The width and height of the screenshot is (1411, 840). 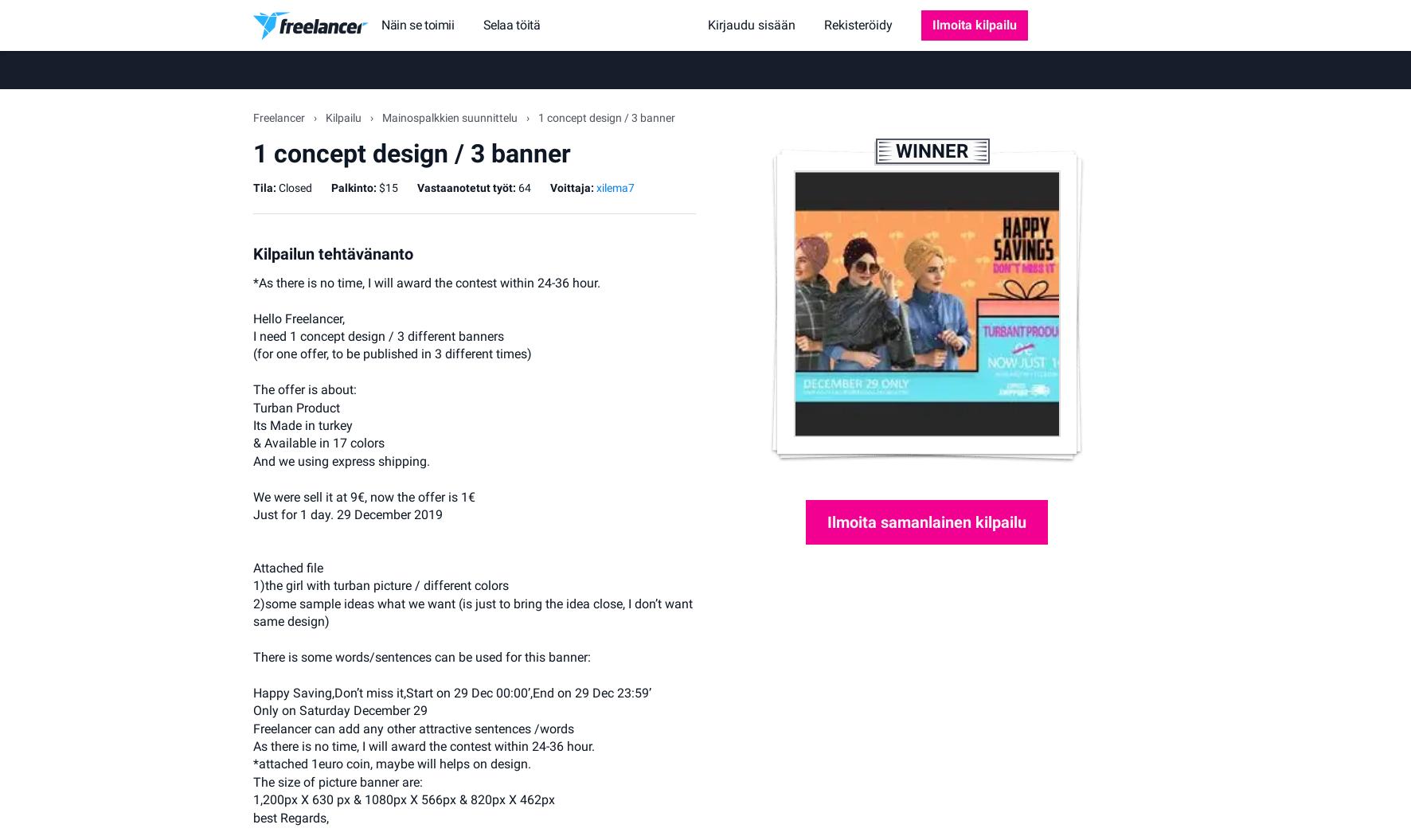 I want to click on '*attached  1euro coin, maybe will helps on design.', so click(x=391, y=764).